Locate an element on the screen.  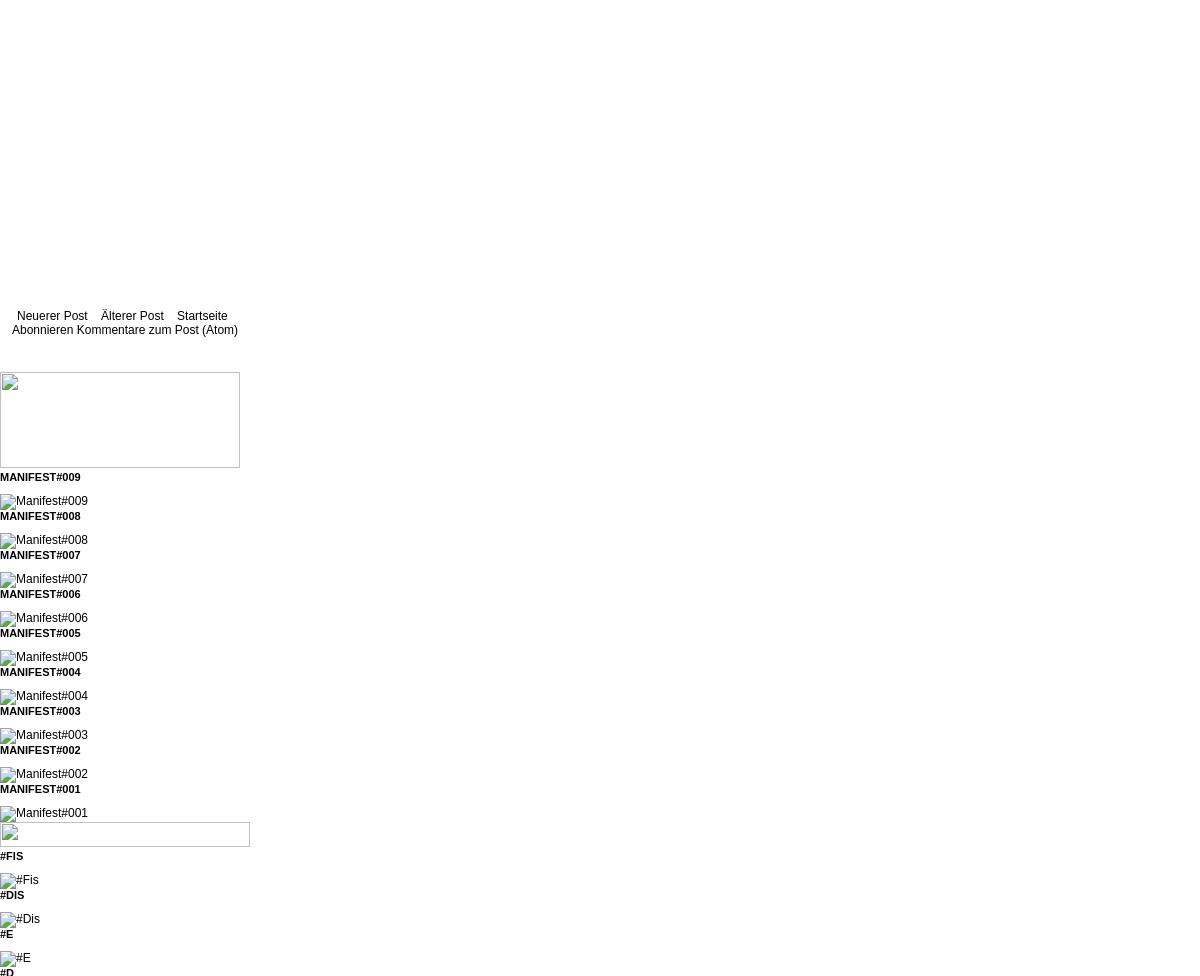
'Älterer Post' is located at coordinates (132, 316).